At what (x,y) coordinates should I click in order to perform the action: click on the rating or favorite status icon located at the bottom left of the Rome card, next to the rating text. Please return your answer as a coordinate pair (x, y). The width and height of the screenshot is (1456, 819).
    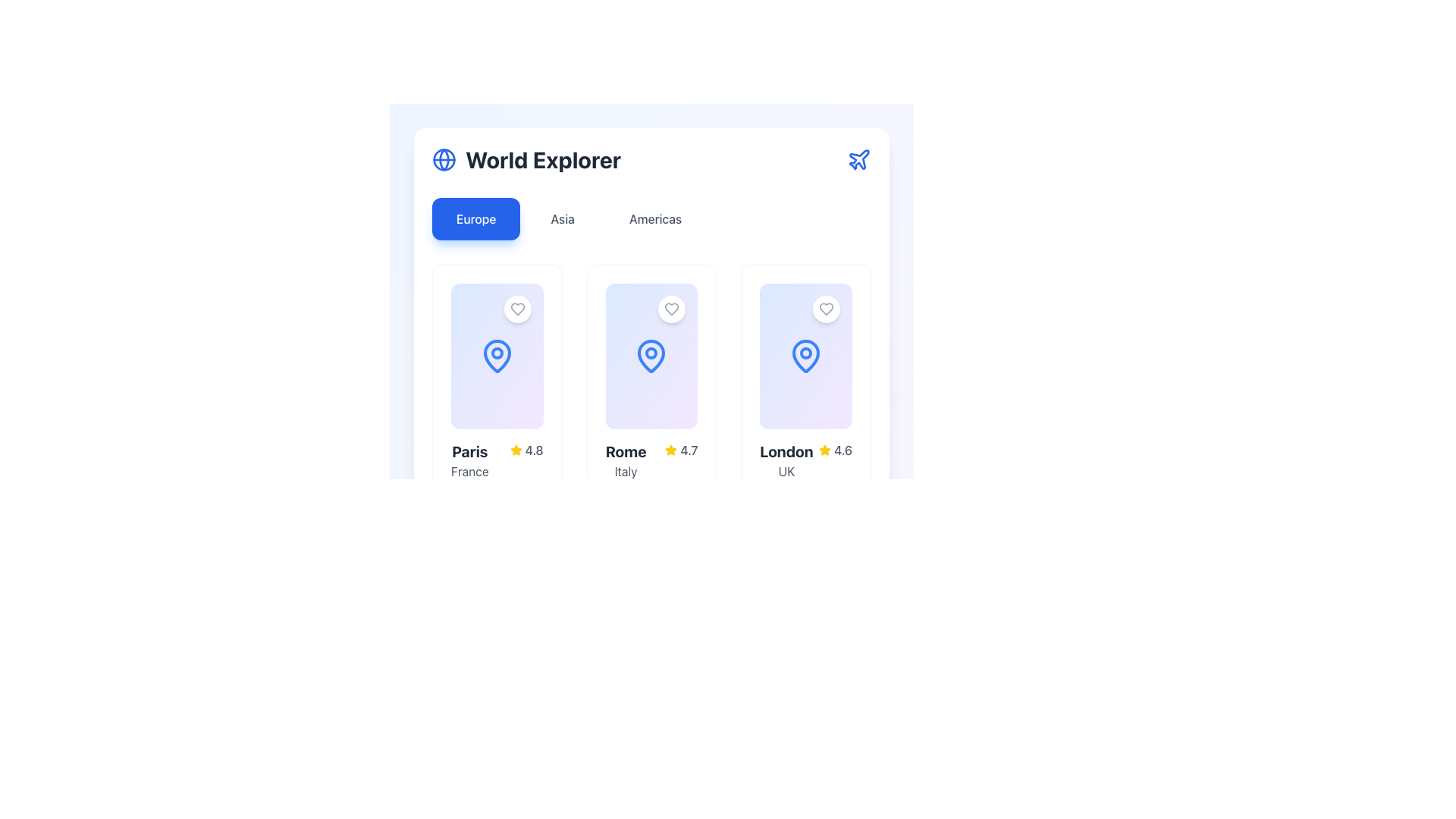
    Looking at the image, I should click on (670, 449).